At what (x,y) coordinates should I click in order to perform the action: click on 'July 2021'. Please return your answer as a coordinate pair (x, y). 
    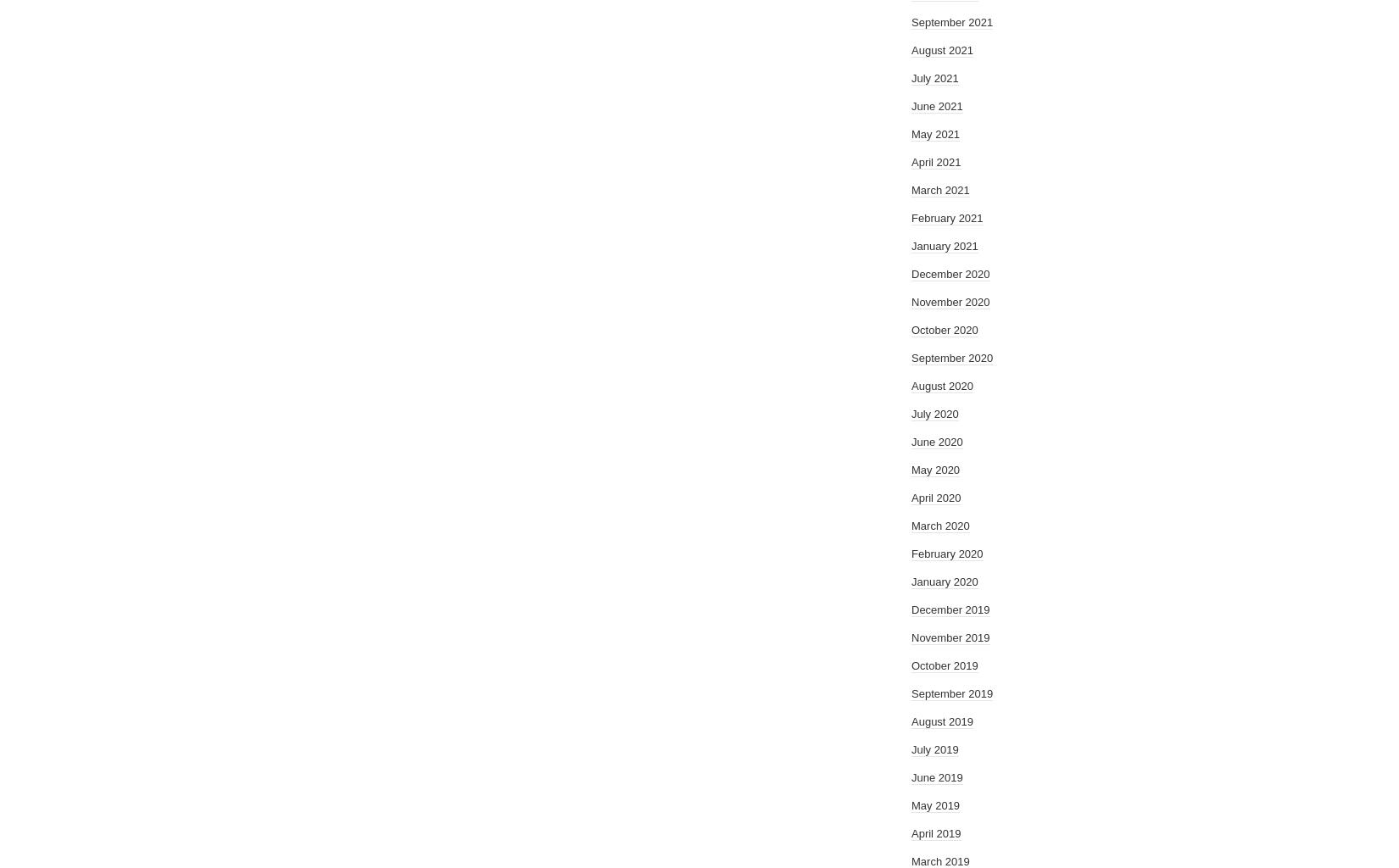
    Looking at the image, I should click on (911, 78).